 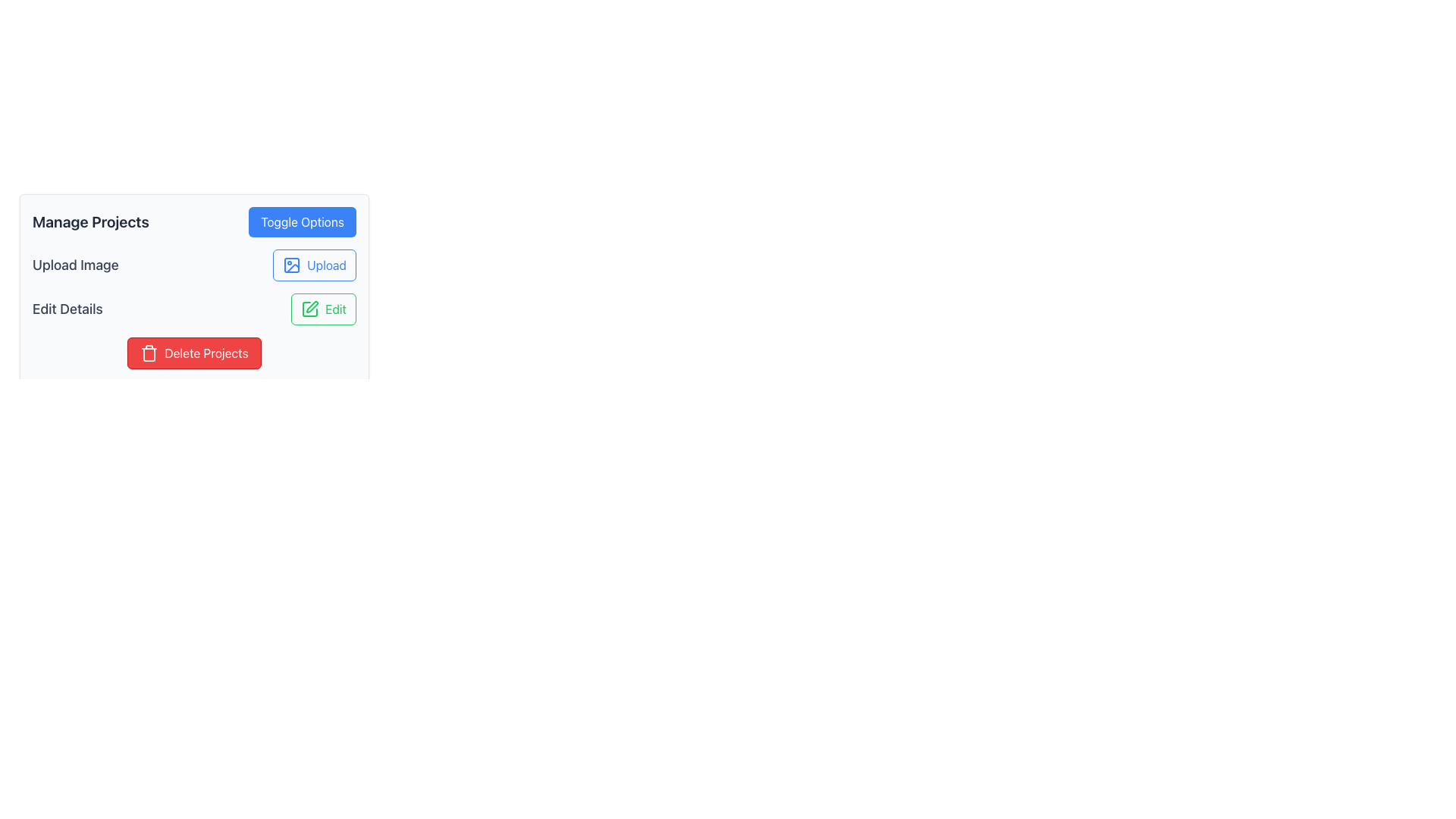 What do you see at coordinates (313, 265) in the screenshot?
I see `the 'Upload' button with a blue border and text, located in the middle-right section of the interface, to upload an image` at bounding box center [313, 265].